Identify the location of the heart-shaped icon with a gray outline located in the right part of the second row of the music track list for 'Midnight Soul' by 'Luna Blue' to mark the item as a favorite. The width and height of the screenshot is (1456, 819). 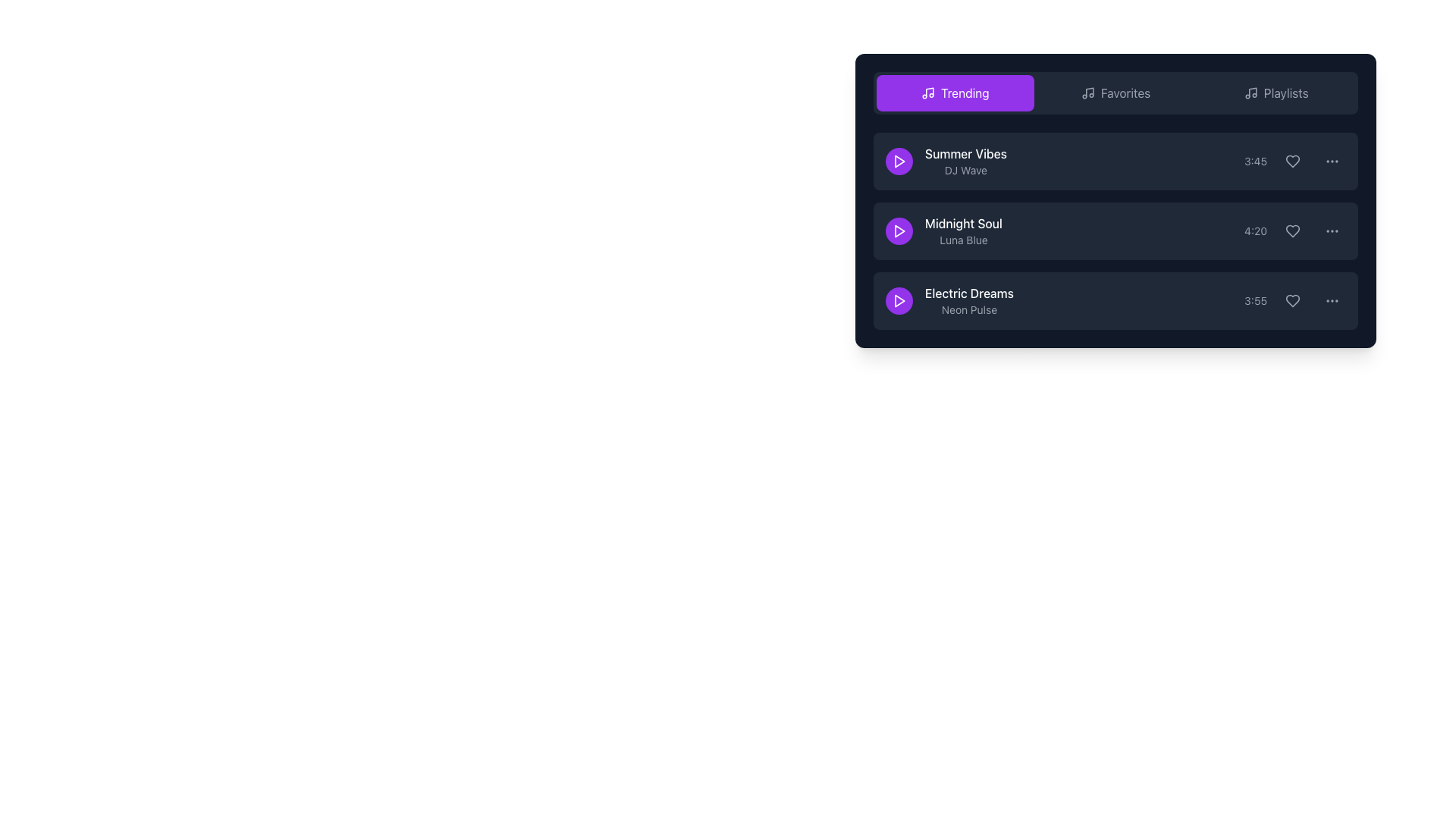
(1291, 231).